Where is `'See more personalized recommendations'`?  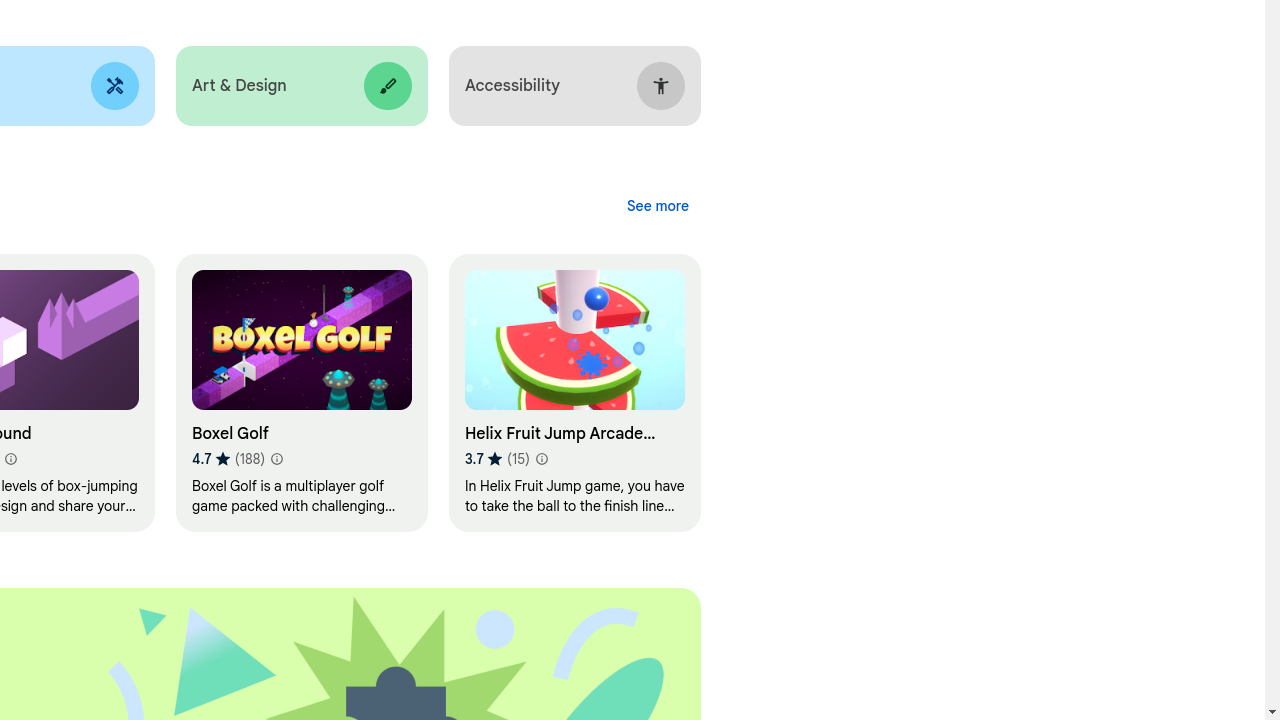
'See more personalized recommendations' is located at coordinates (657, 206).